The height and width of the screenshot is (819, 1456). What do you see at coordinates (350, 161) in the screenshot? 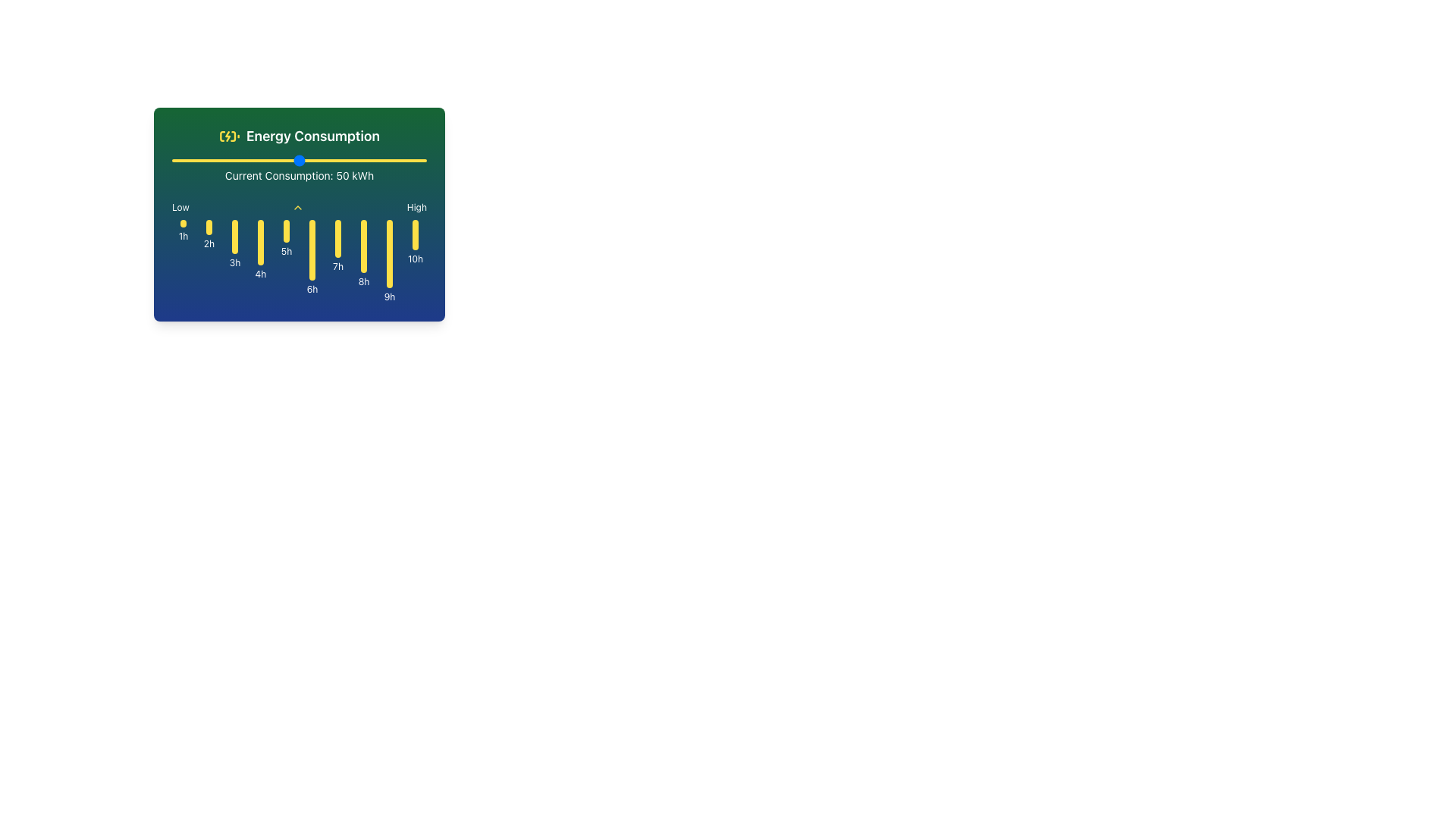
I see `current consumption` at bounding box center [350, 161].